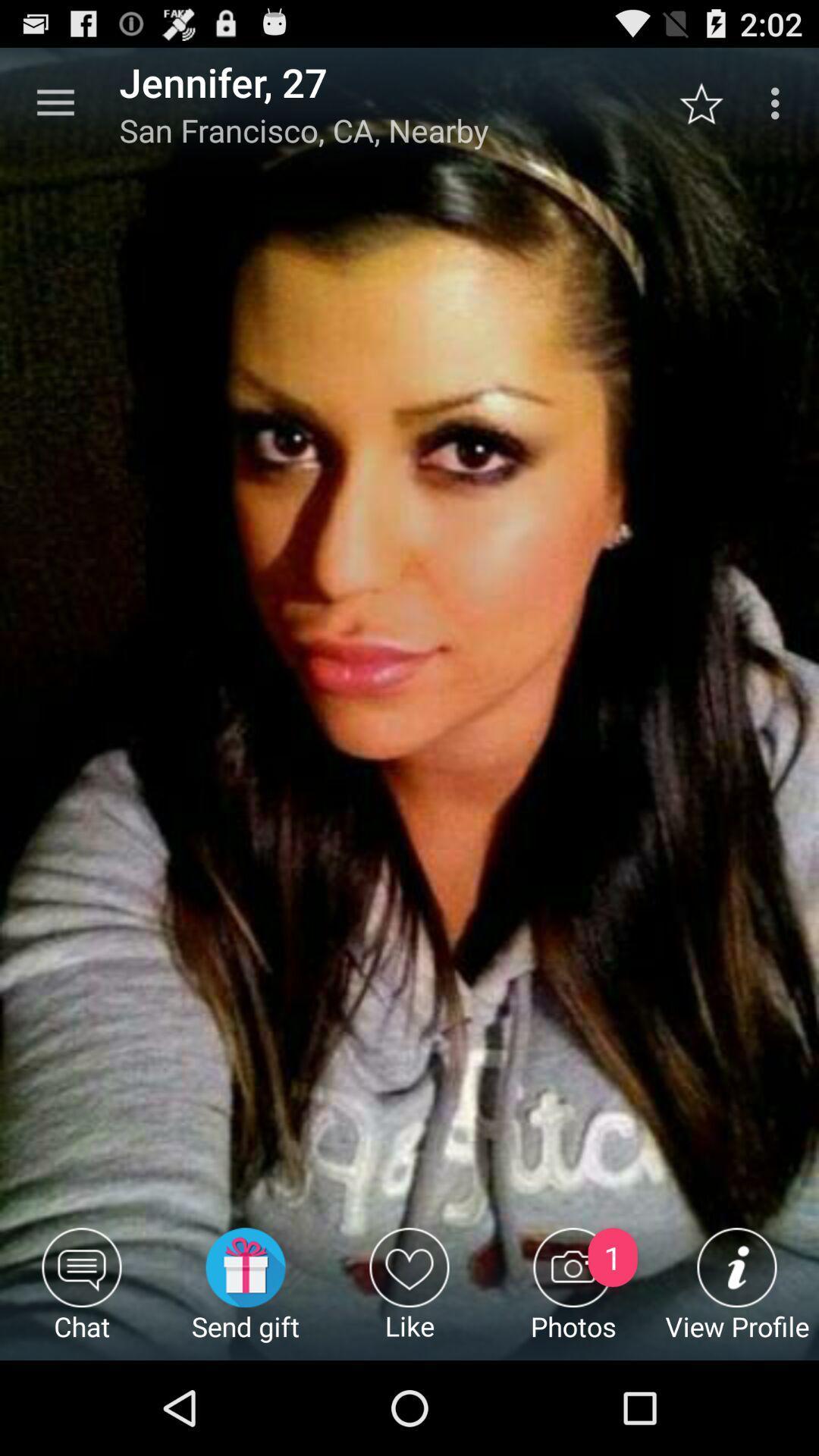 The image size is (819, 1456). I want to click on the icon next to the photos icon, so click(736, 1293).